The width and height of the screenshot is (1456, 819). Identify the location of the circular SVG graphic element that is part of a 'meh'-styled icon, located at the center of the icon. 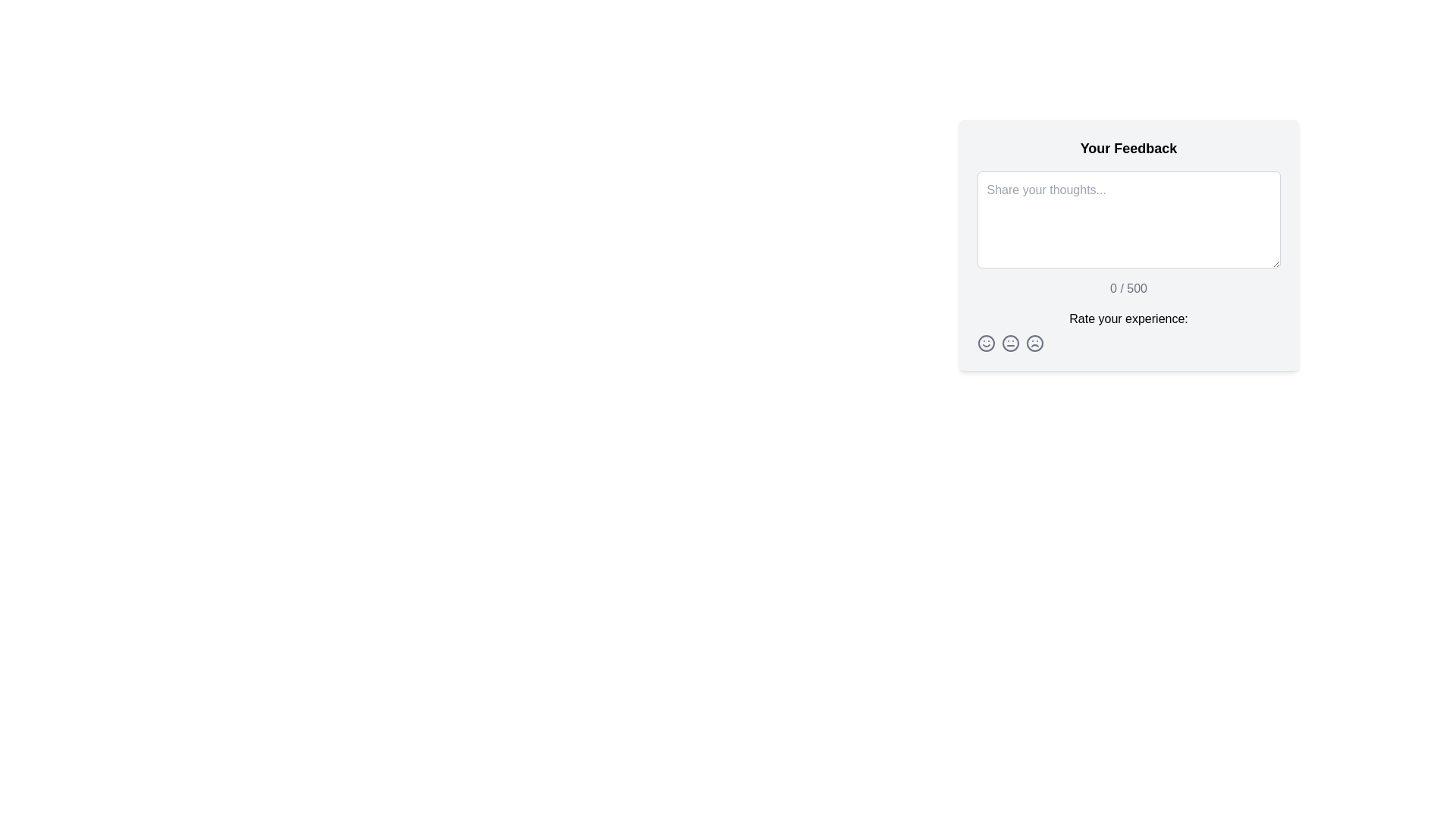
(1010, 343).